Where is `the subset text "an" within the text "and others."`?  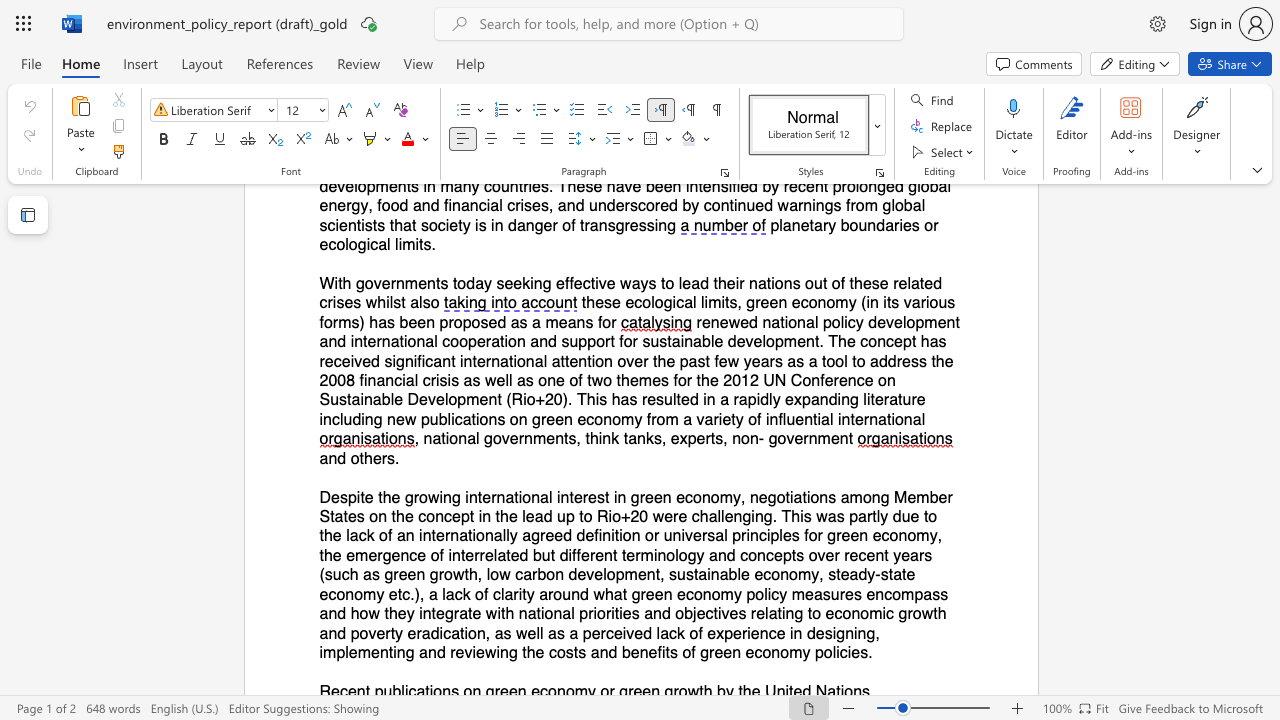
the subset text "an" within the text "and others." is located at coordinates (318, 458).